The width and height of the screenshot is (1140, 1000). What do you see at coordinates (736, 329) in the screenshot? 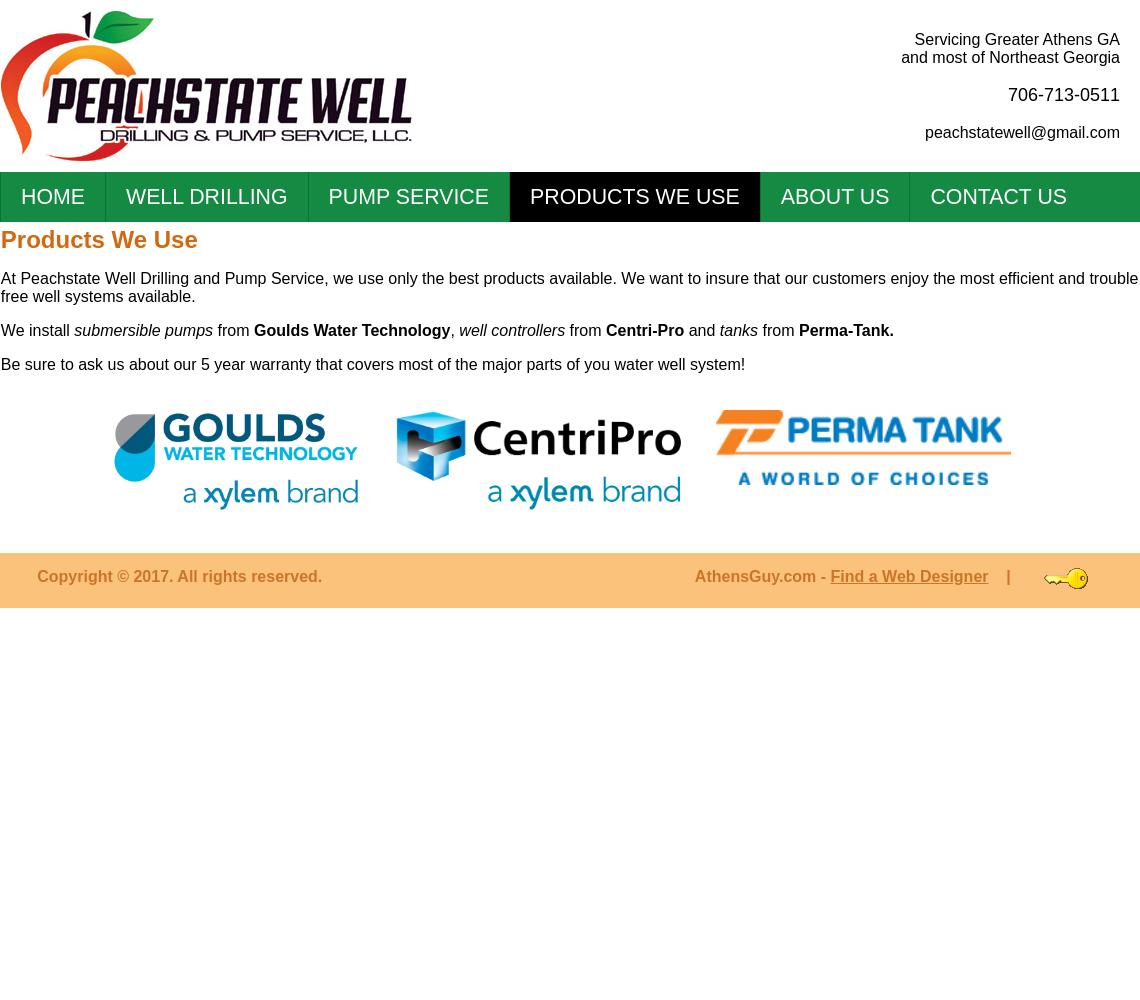
I see `'tanks'` at bounding box center [736, 329].